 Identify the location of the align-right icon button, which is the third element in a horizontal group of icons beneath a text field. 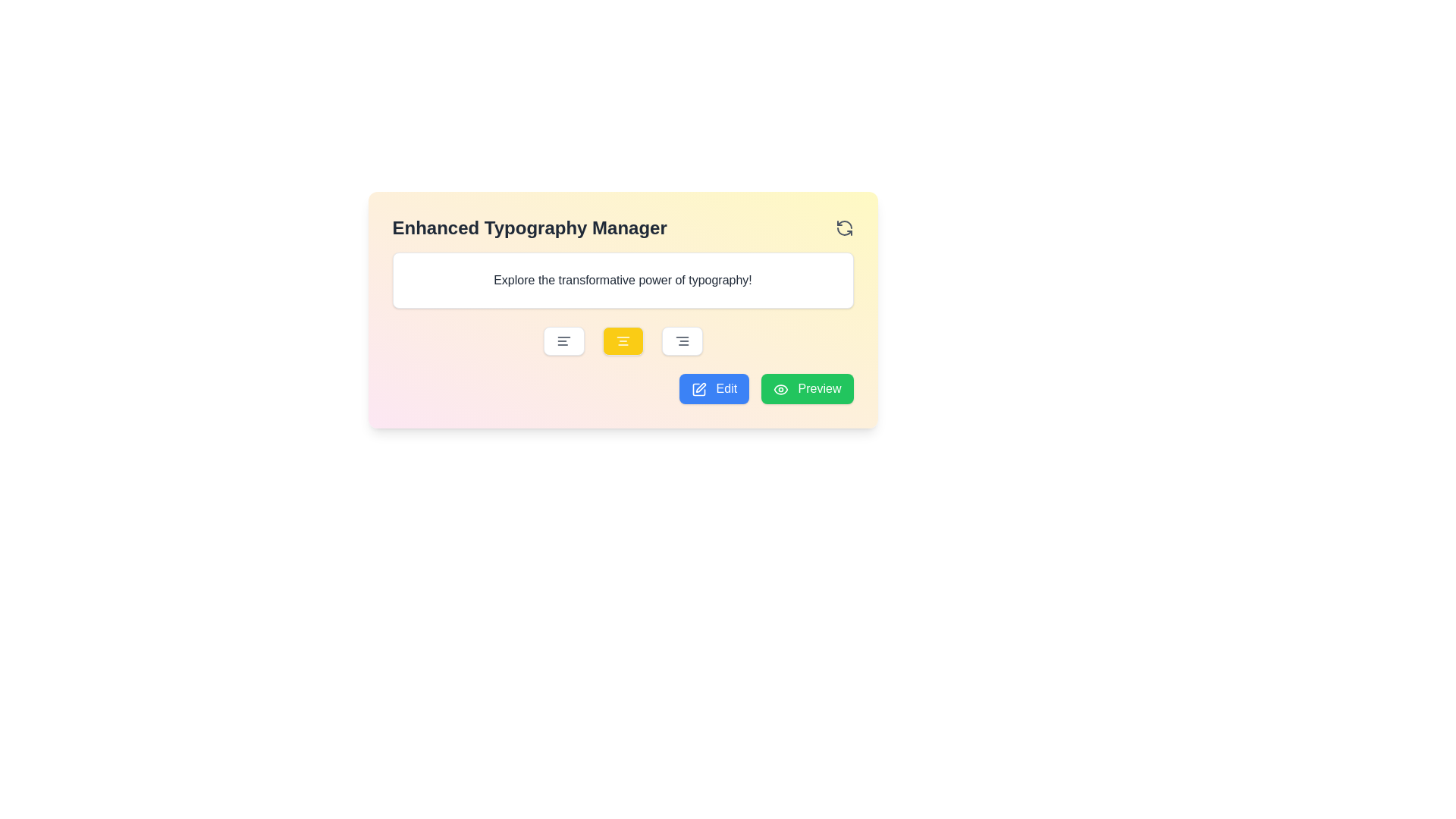
(681, 341).